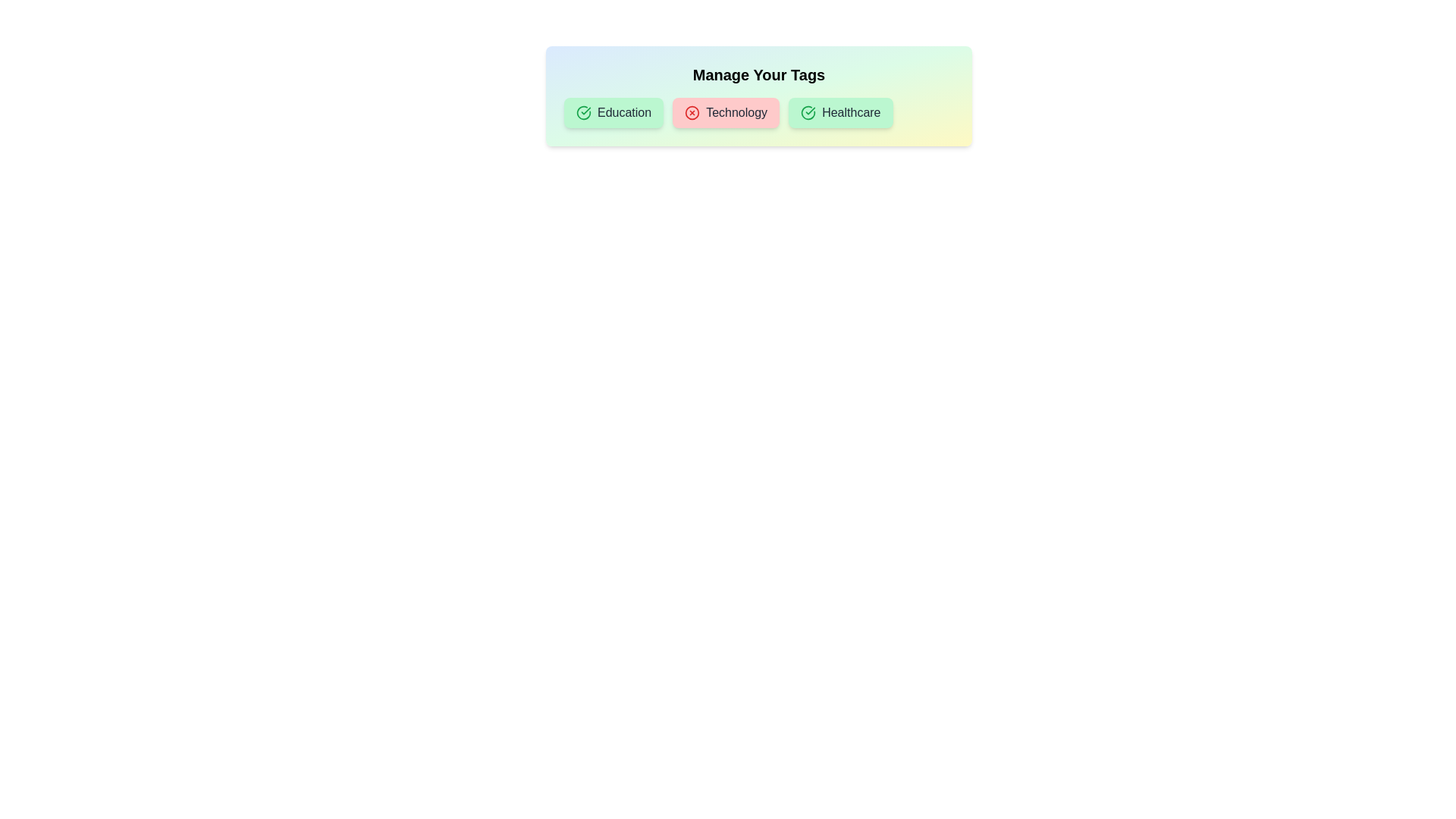  What do you see at coordinates (613, 112) in the screenshot?
I see `the tag labeled Education to observe its visual feedback` at bounding box center [613, 112].